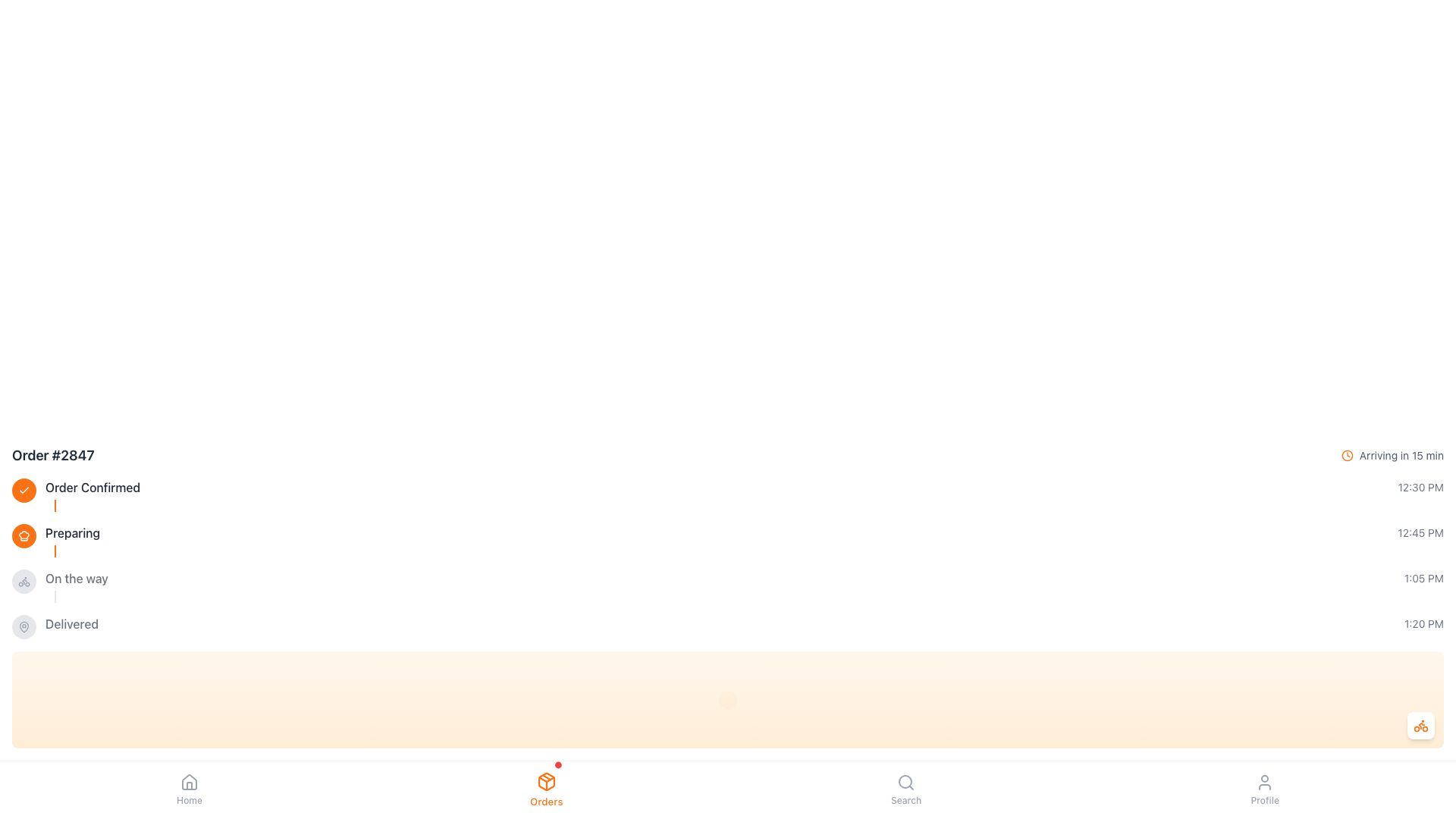 This screenshot has width=1456, height=819. What do you see at coordinates (76, 579) in the screenshot?
I see `the text label displaying 'On the way', located below the 'Preparing' label and above the 'Delivered' label, indicating delivery status` at bounding box center [76, 579].